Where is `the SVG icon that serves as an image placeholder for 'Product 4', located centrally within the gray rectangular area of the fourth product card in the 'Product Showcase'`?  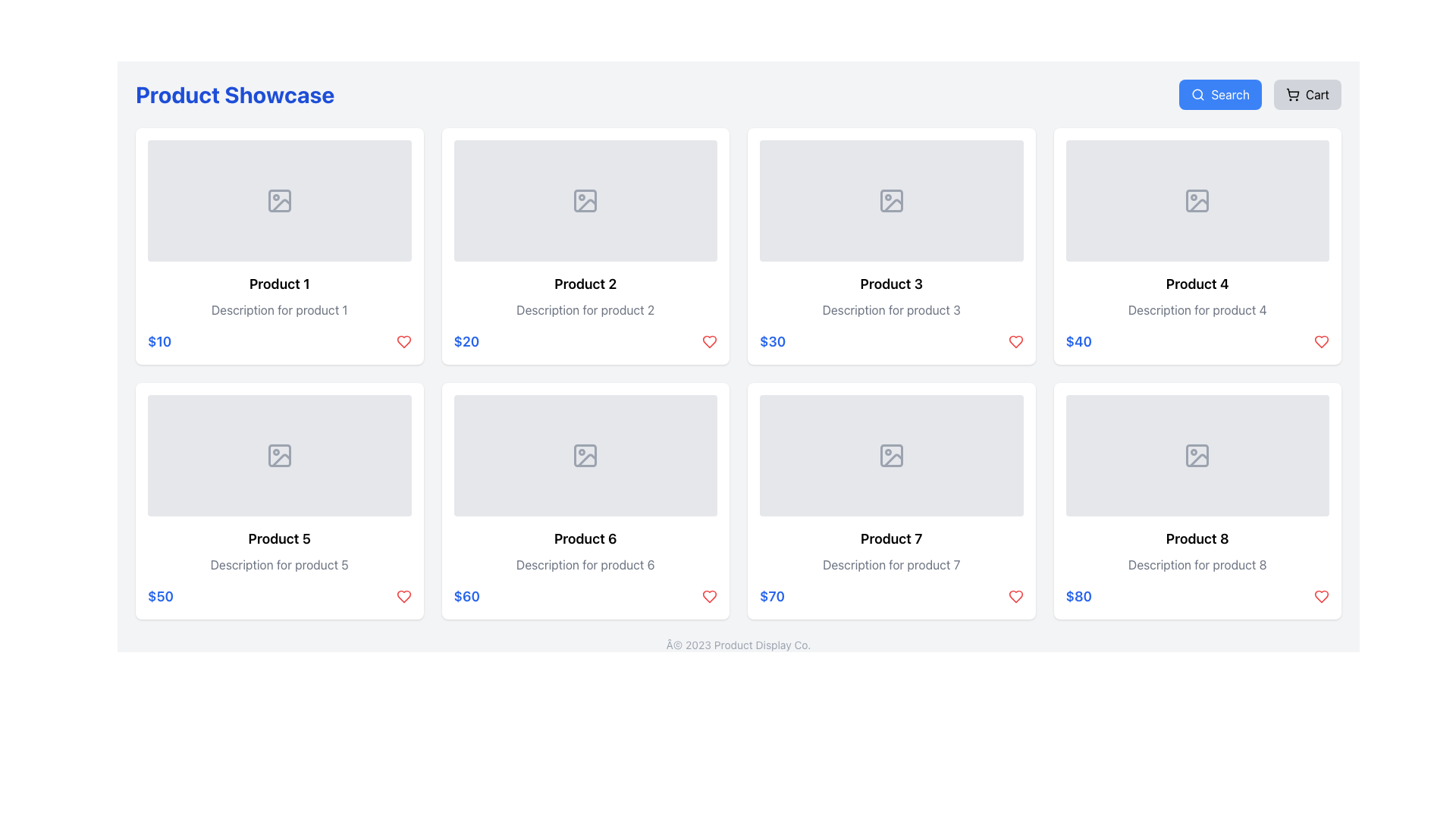
the SVG icon that serves as an image placeholder for 'Product 4', located centrally within the gray rectangular area of the fourth product card in the 'Product Showcase' is located at coordinates (1197, 200).